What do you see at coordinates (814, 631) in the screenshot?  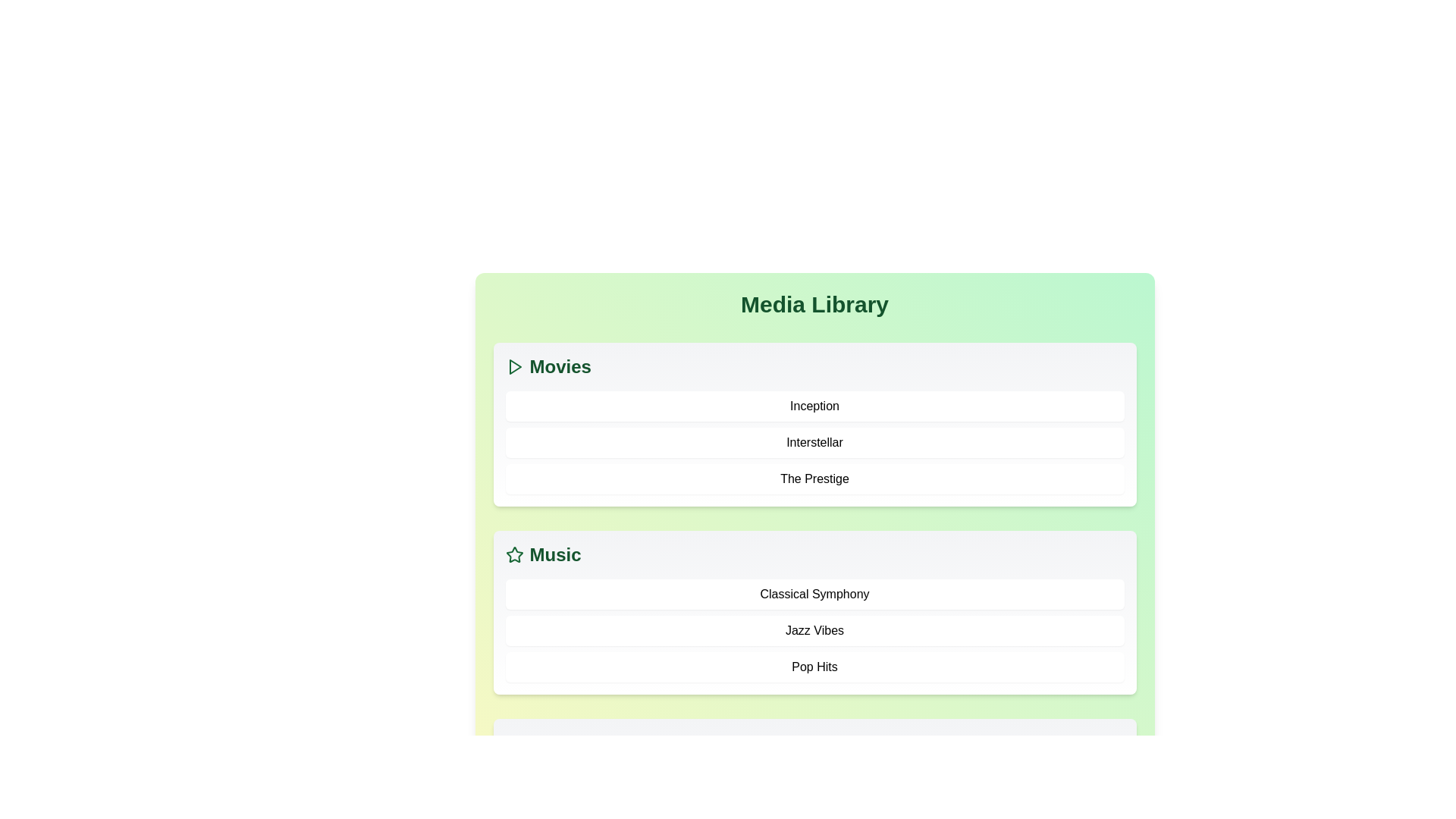 I see `the item Jazz Vibes from the Music category` at bounding box center [814, 631].